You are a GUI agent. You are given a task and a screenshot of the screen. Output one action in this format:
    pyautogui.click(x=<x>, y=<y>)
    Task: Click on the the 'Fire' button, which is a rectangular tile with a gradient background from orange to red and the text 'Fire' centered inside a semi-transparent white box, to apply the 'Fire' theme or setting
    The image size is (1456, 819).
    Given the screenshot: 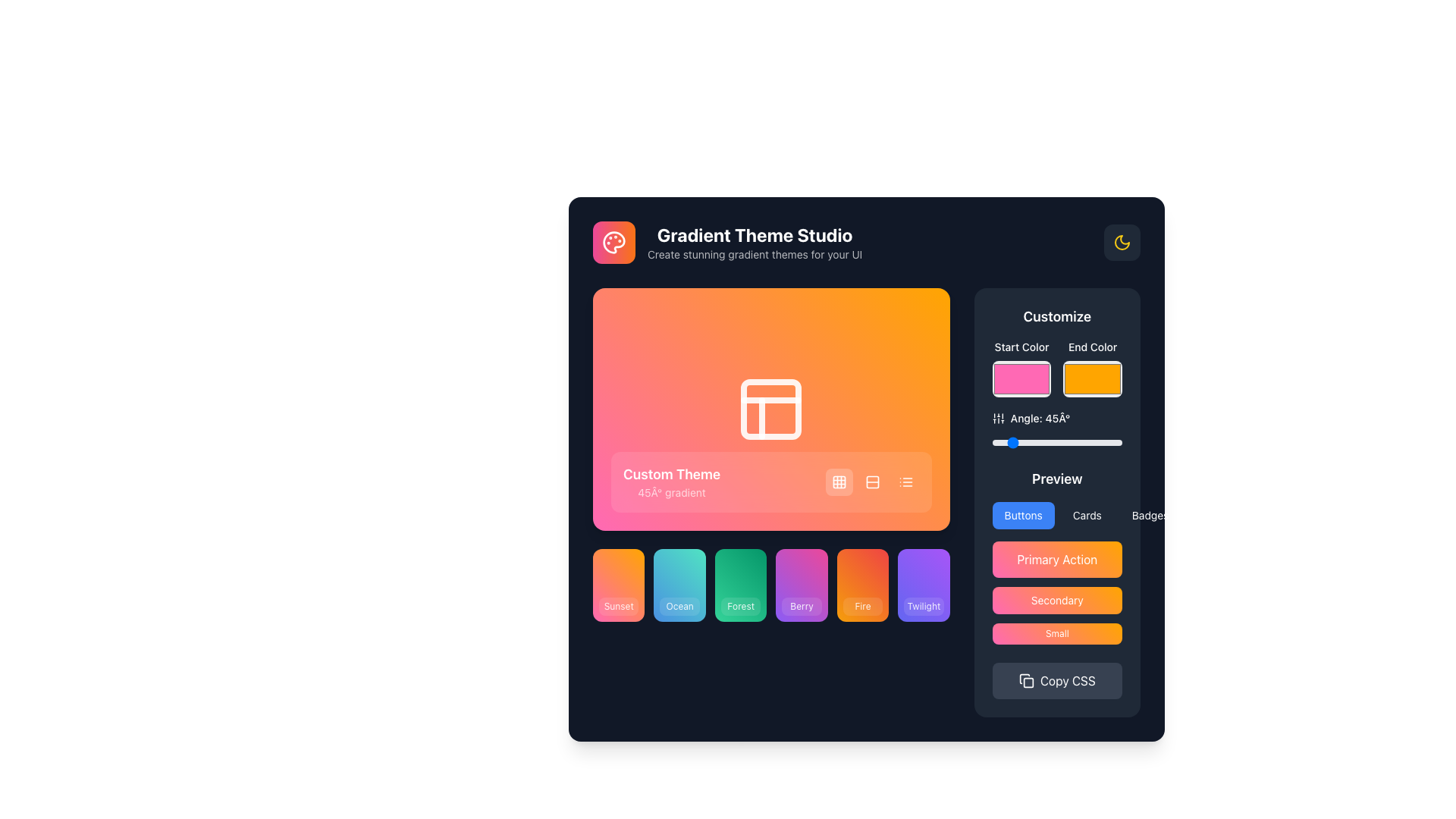 What is the action you would take?
    pyautogui.click(x=862, y=584)
    